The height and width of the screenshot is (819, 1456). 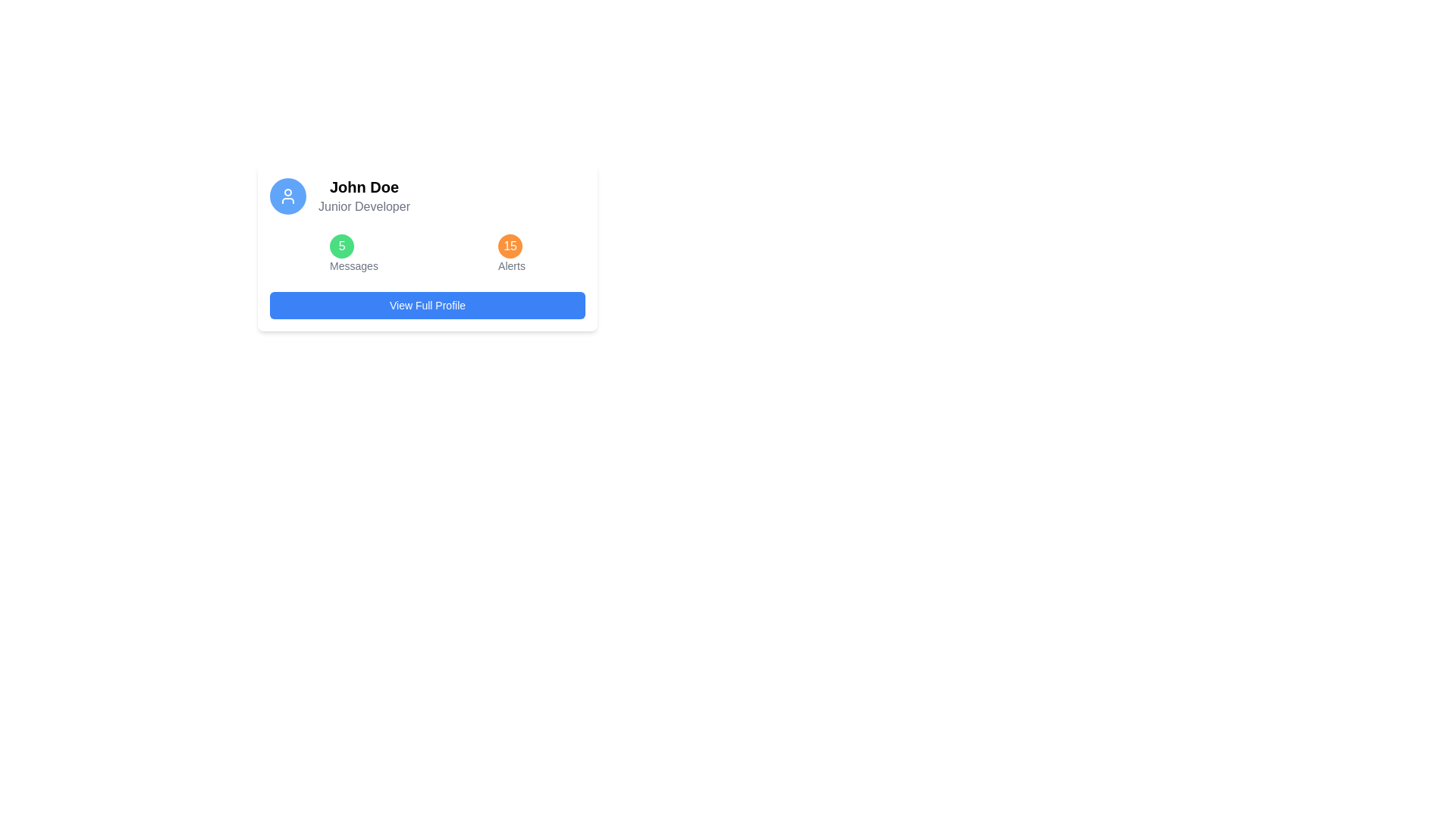 I want to click on the alert represented by the circular orange Notification Badge displaying the number '15', so click(x=510, y=245).